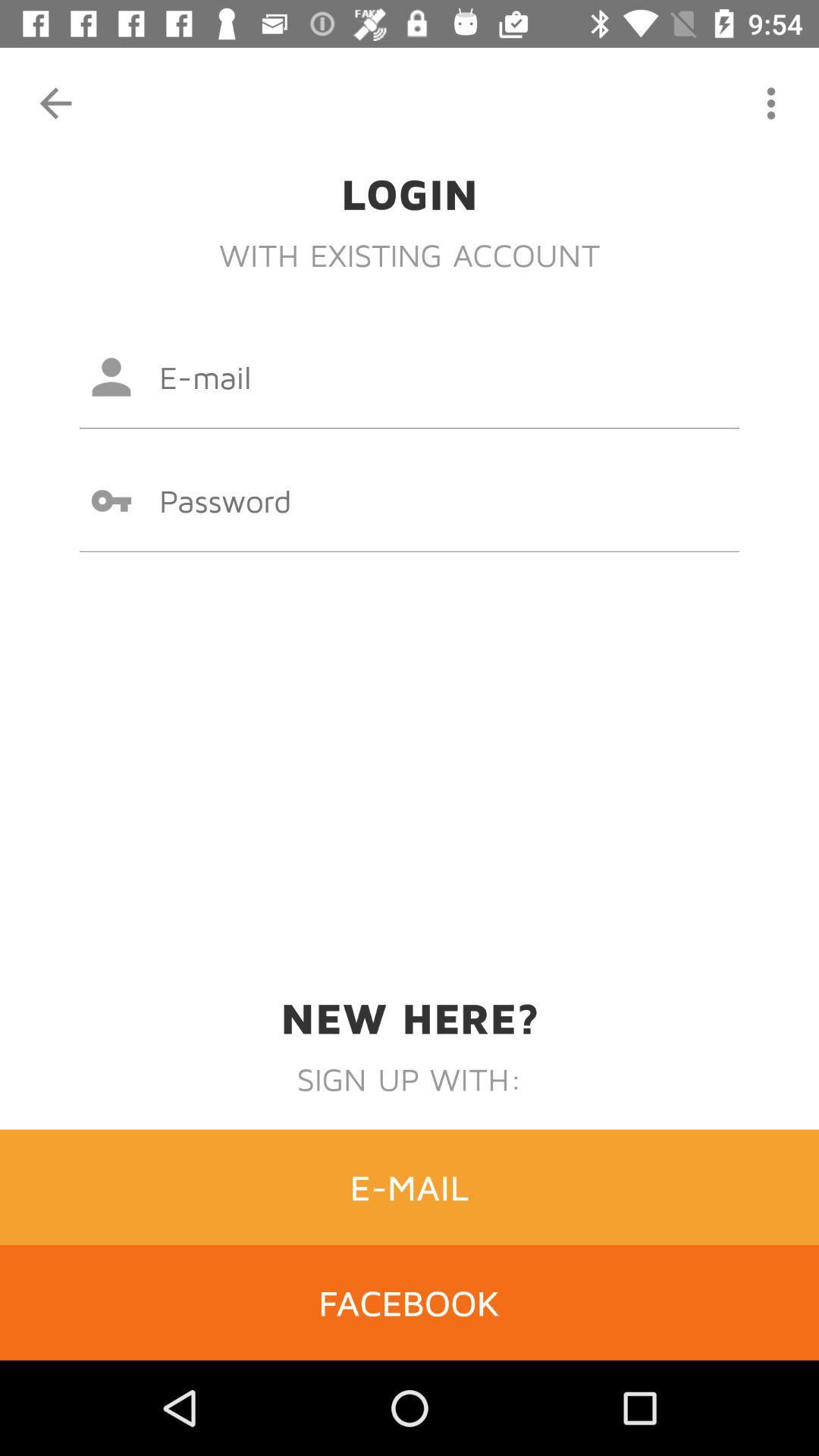 The width and height of the screenshot is (819, 1456). What do you see at coordinates (409, 500) in the screenshot?
I see `the icon above new here?` at bounding box center [409, 500].